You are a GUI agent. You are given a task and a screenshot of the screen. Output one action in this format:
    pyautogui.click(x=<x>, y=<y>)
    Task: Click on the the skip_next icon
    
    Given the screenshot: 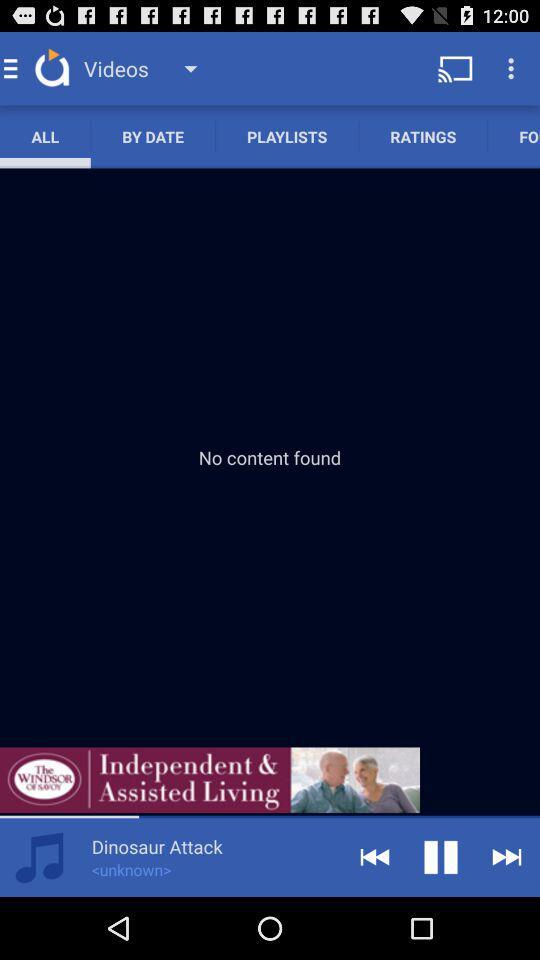 What is the action you would take?
    pyautogui.click(x=507, y=917)
    